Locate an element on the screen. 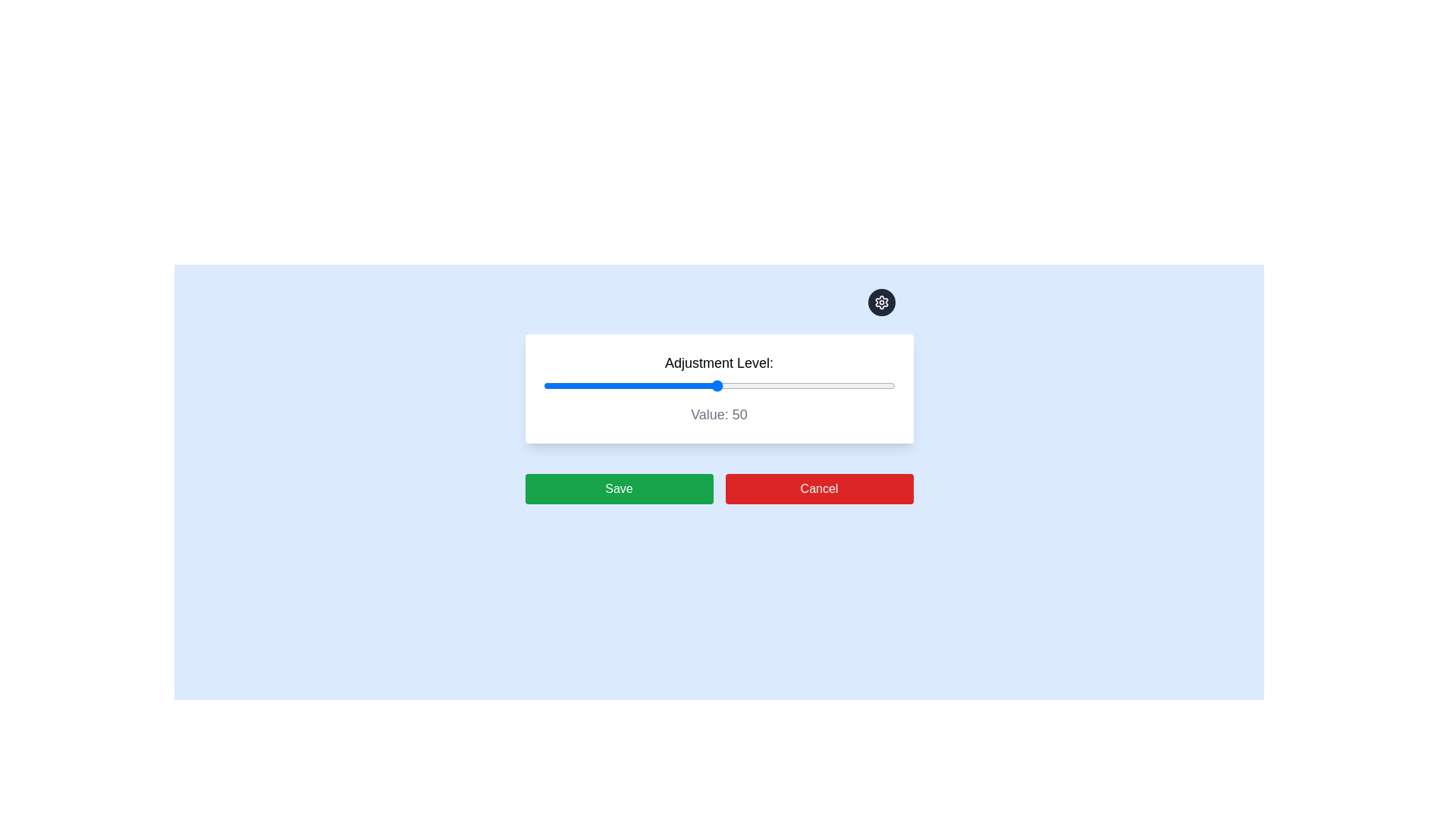  the adjustment level is located at coordinates (816, 385).